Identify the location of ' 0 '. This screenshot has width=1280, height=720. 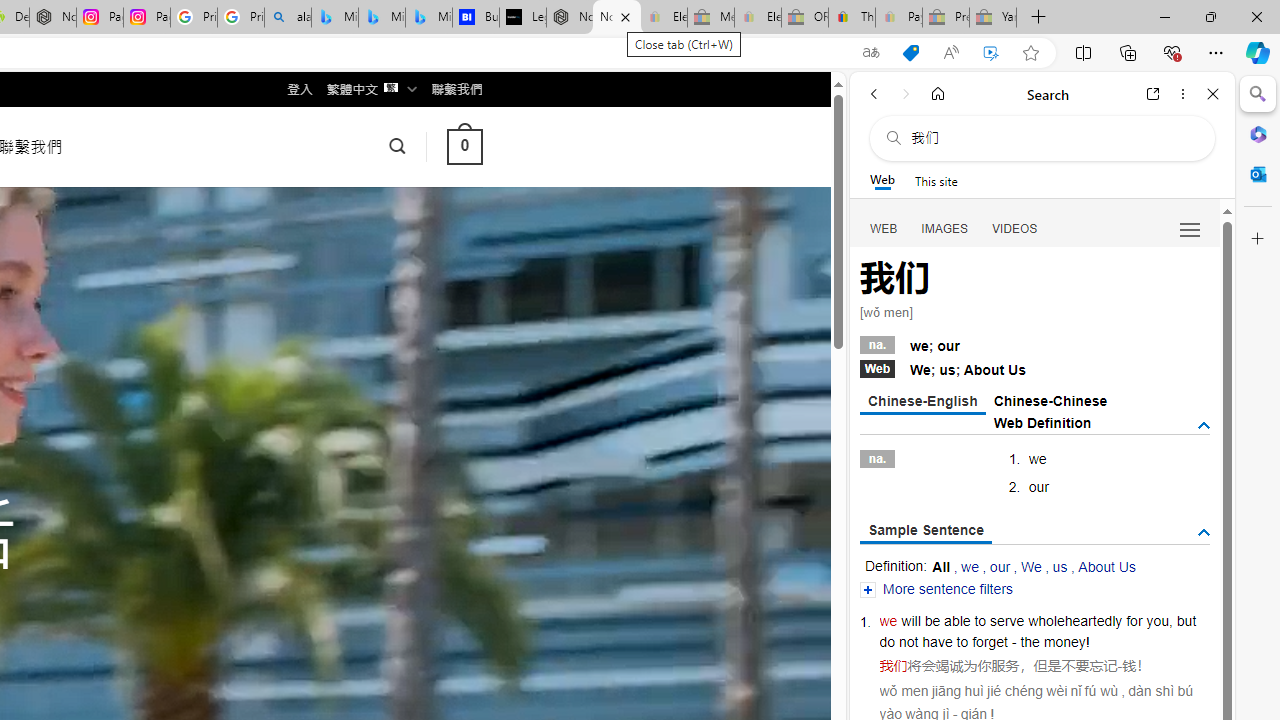
(463, 145).